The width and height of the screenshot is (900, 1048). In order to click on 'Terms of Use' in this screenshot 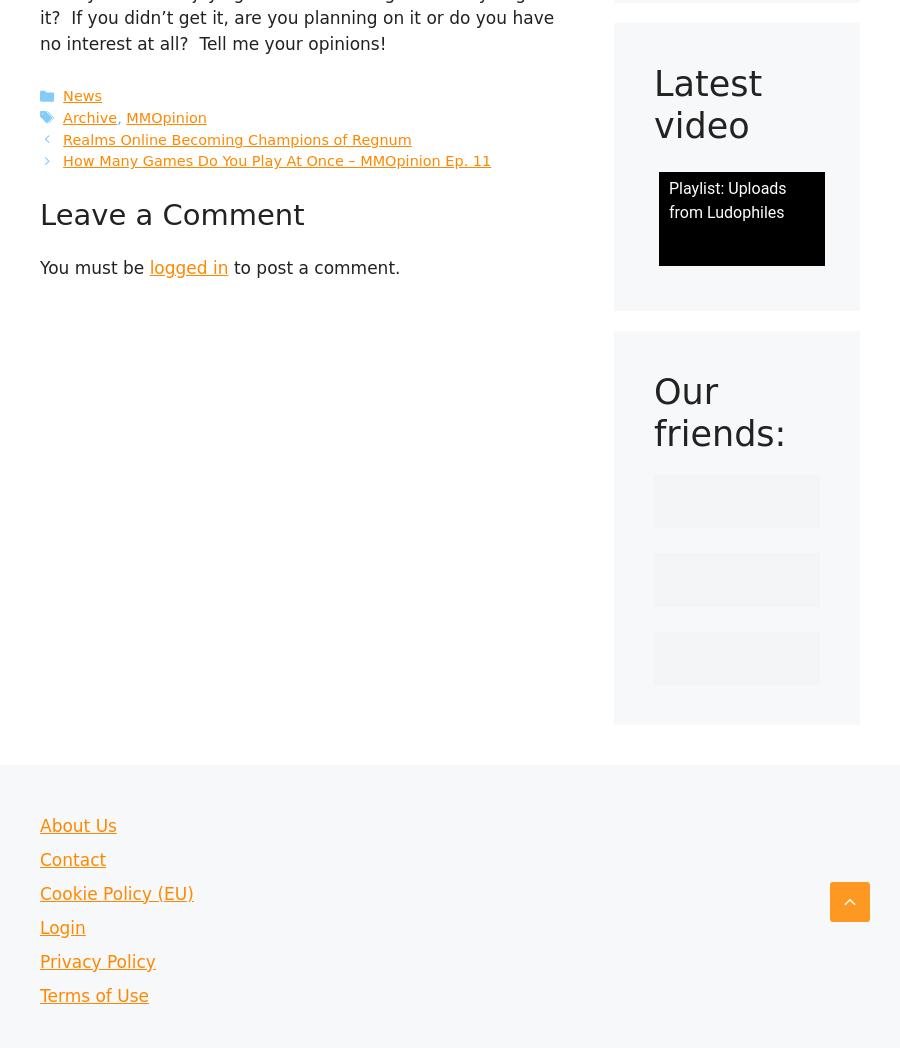, I will do `click(38, 993)`.